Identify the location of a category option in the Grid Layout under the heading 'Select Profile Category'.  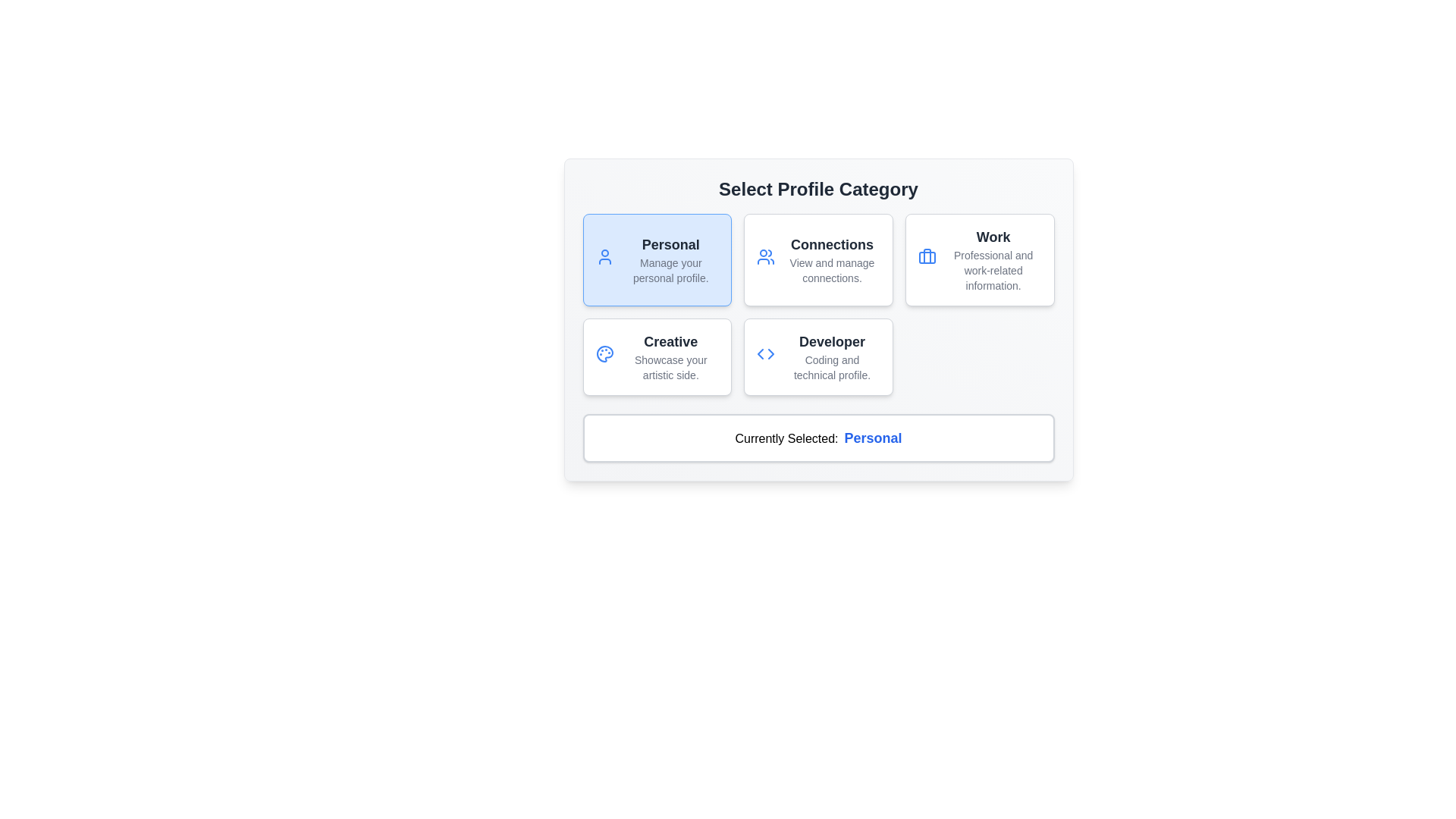
(817, 304).